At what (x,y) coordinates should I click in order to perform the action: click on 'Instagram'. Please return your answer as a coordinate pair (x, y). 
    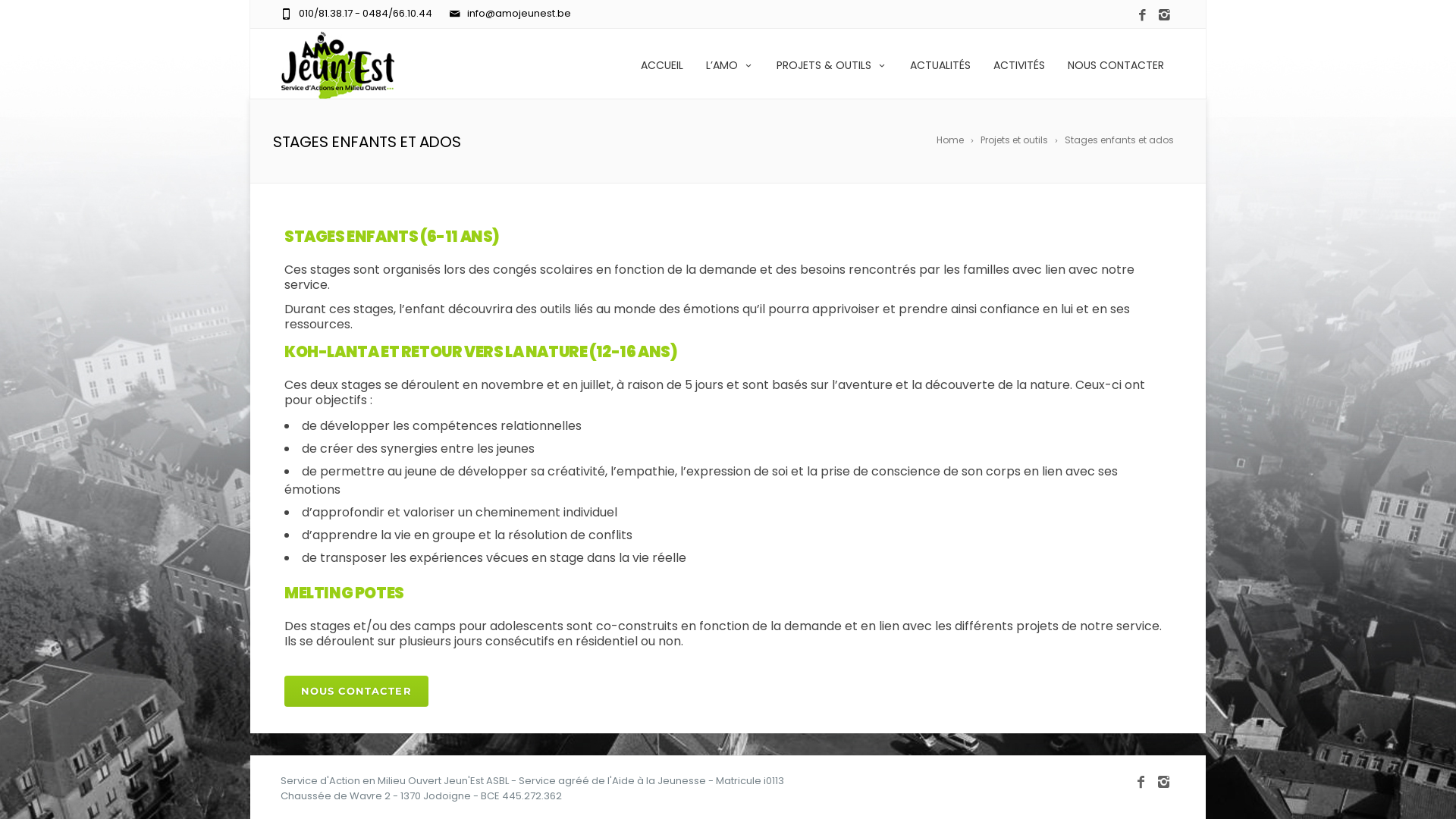
    Looking at the image, I should click on (1163, 15).